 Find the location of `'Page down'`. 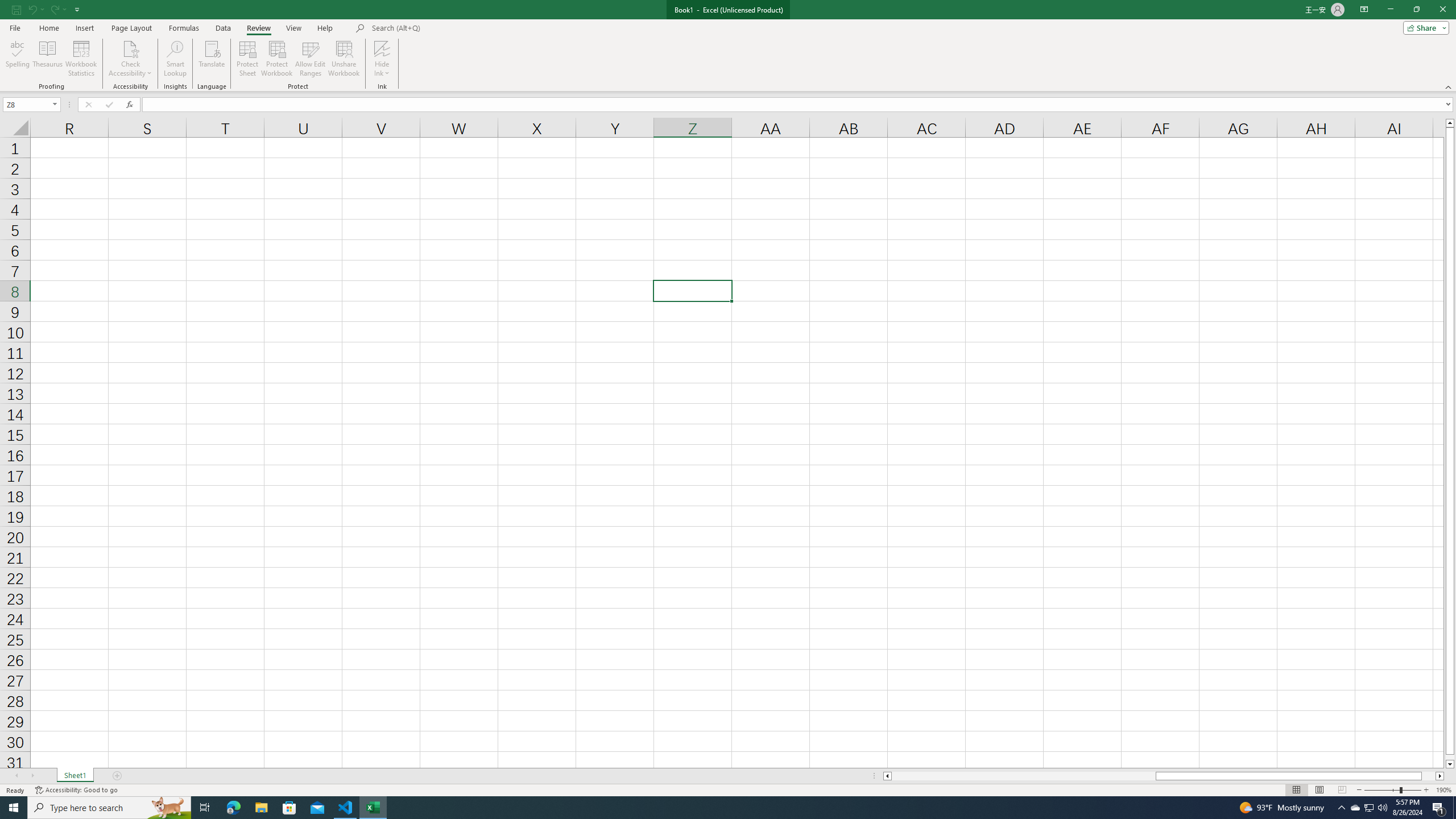

'Page down' is located at coordinates (1449, 758).